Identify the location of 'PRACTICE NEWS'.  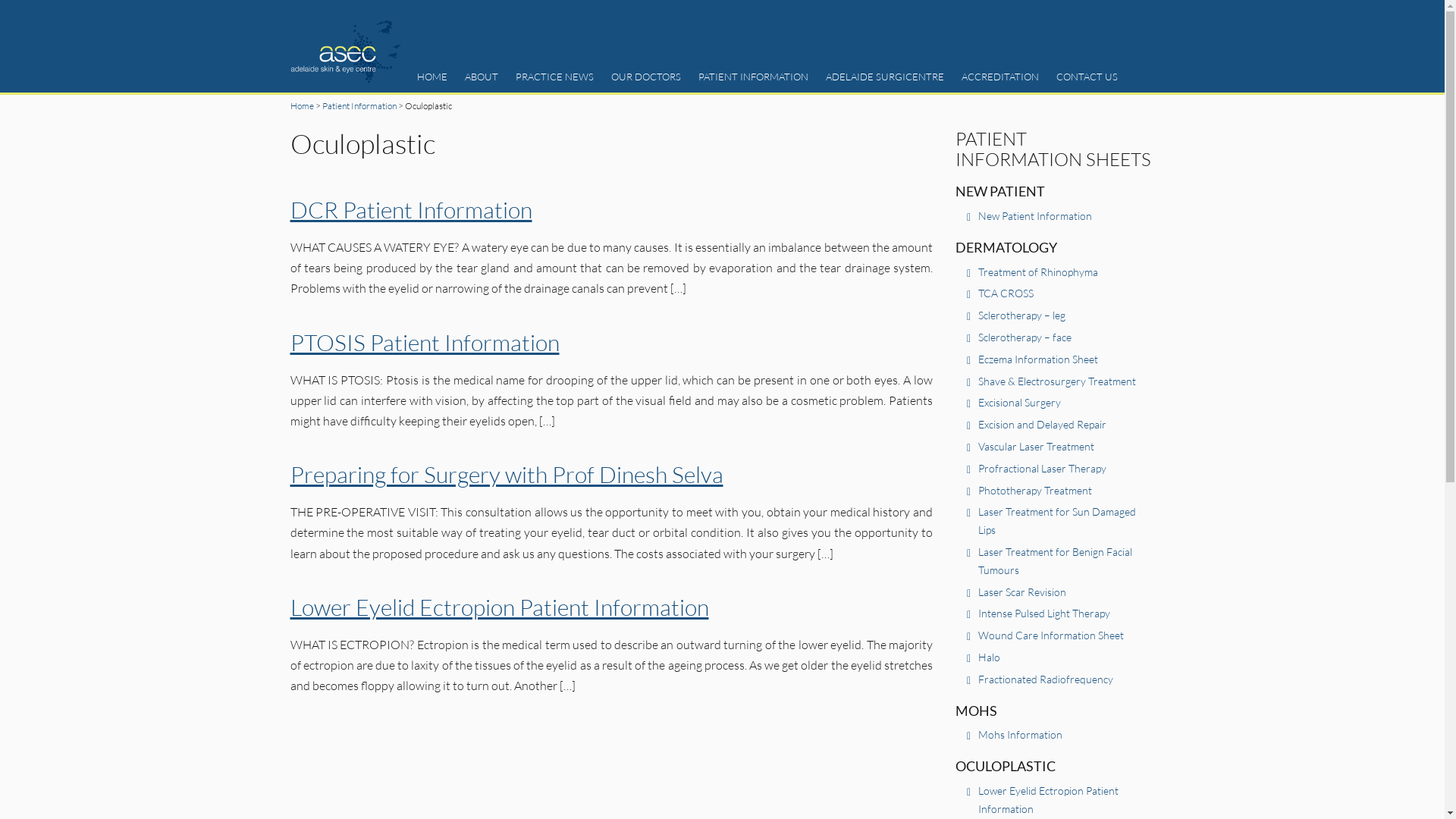
(554, 76).